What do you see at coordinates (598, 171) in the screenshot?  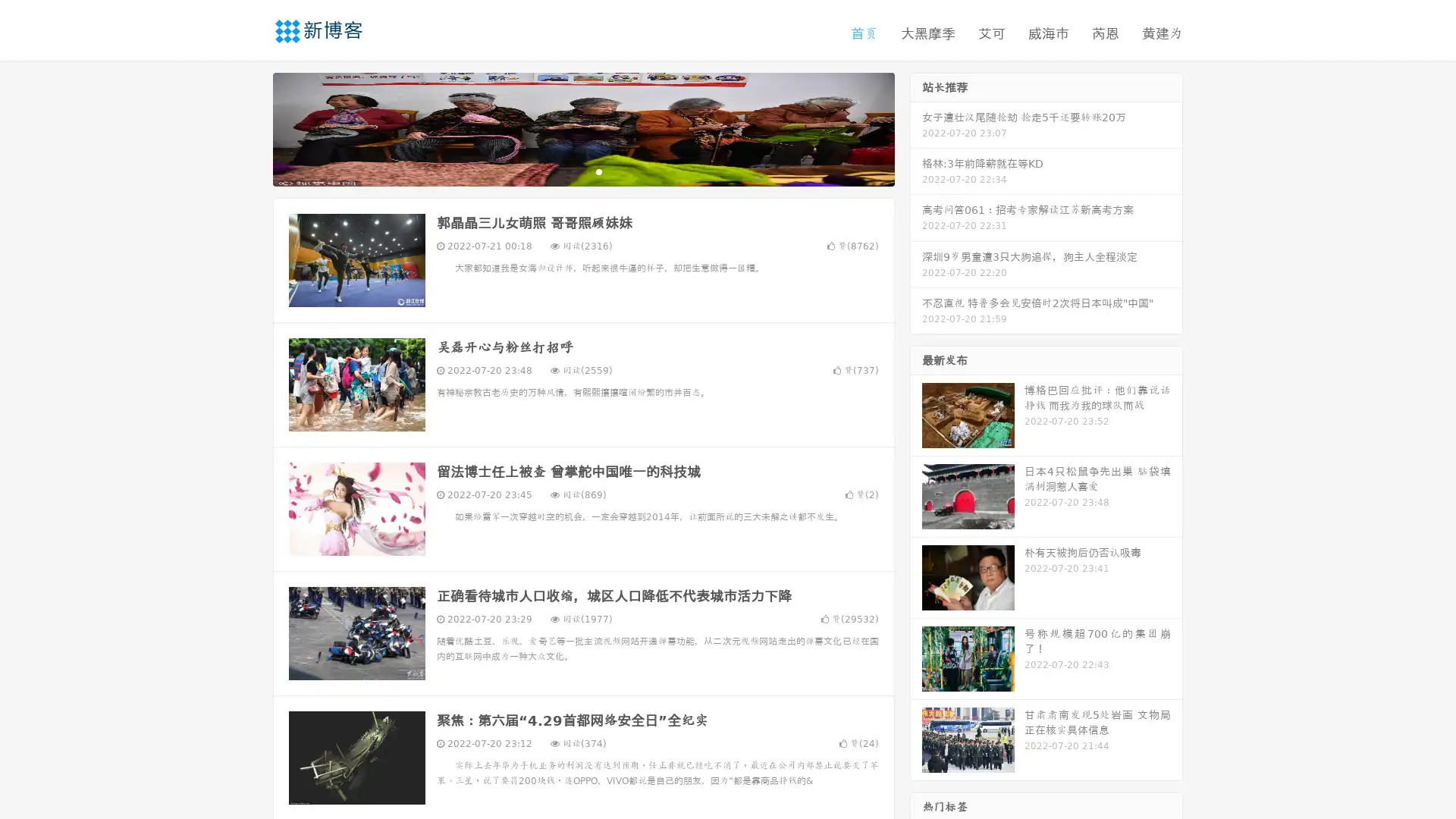 I see `Go to slide 3` at bounding box center [598, 171].